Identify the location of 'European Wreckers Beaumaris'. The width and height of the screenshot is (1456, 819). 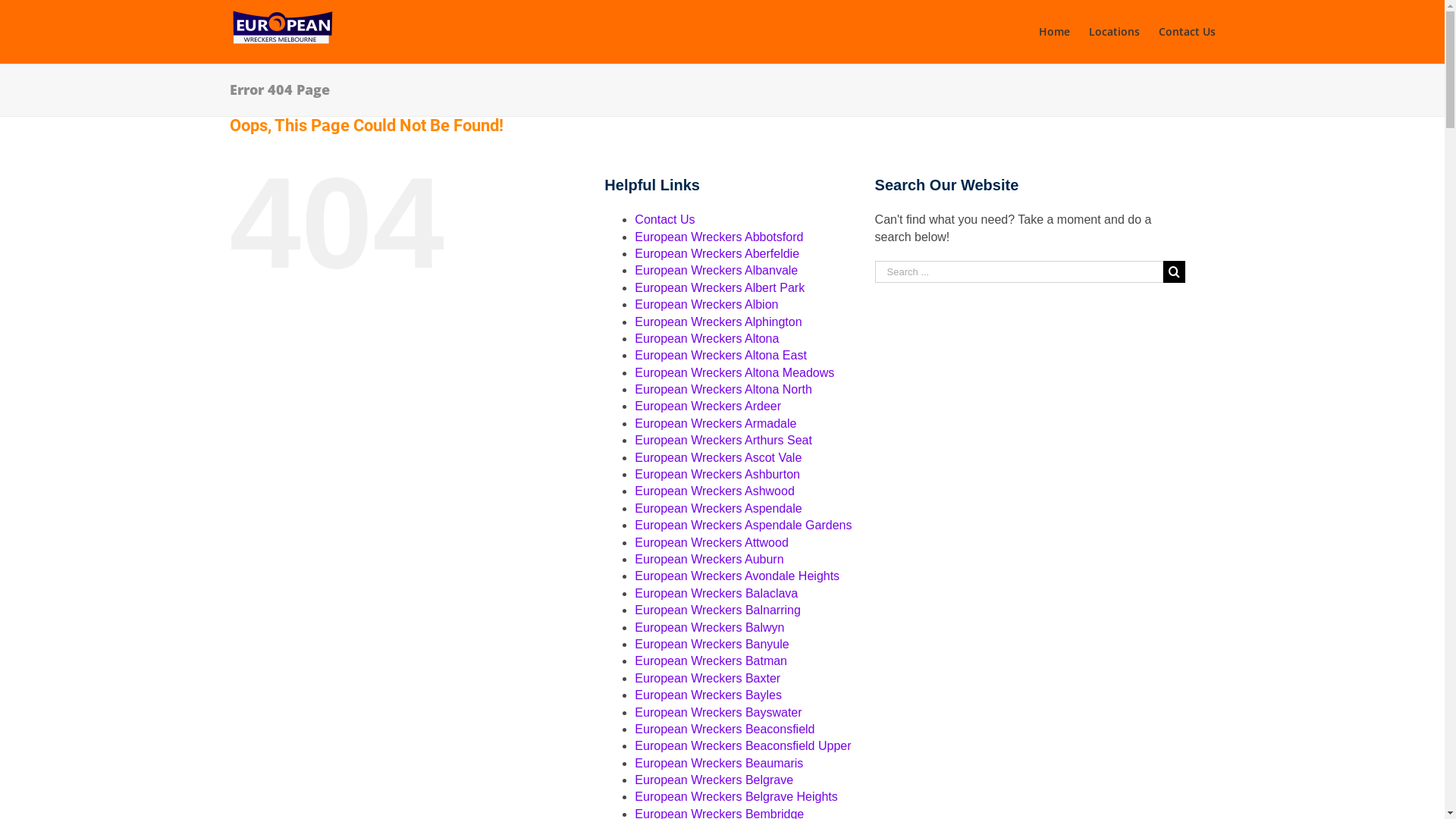
(717, 763).